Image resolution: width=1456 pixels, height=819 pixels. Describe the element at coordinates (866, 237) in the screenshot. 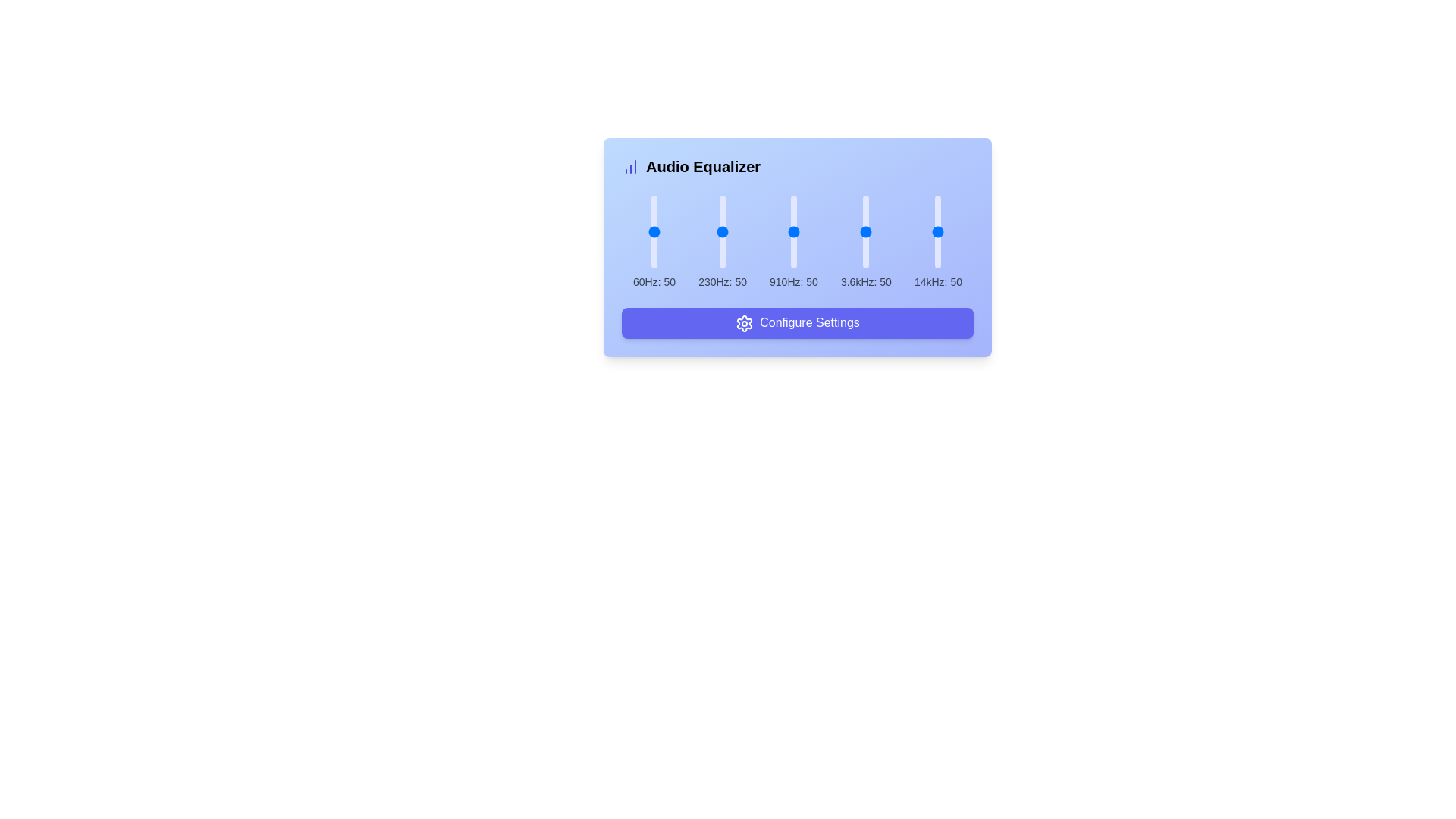

I see `the 3.6kHz audio equalizer slider` at that location.